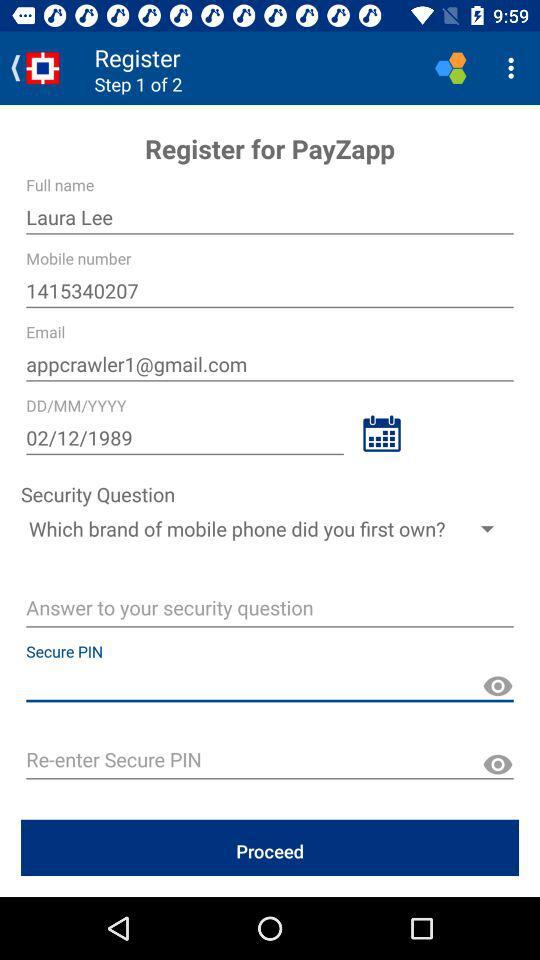 This screenshot has width=540, height=960. What do you see at coordinates (270, 761) in the screenshot?
I see `reenter pin` at bounding box center [270, 761].